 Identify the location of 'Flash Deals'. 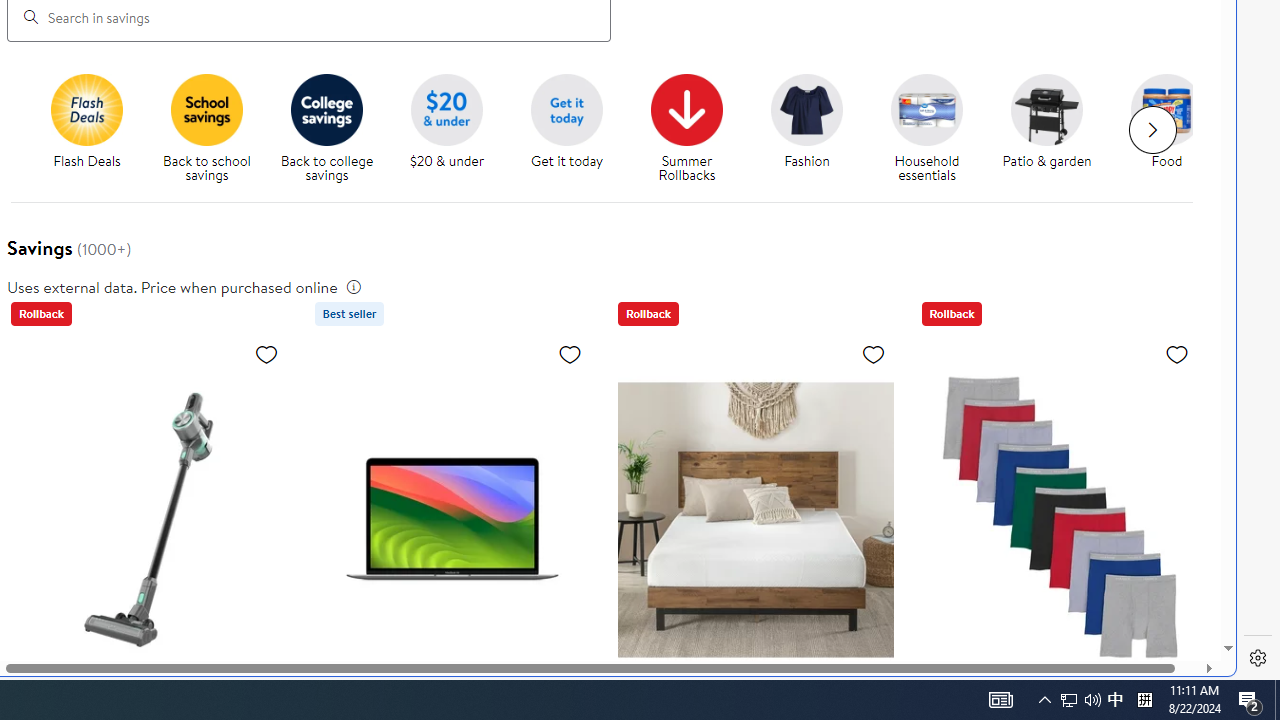
(93, 129).